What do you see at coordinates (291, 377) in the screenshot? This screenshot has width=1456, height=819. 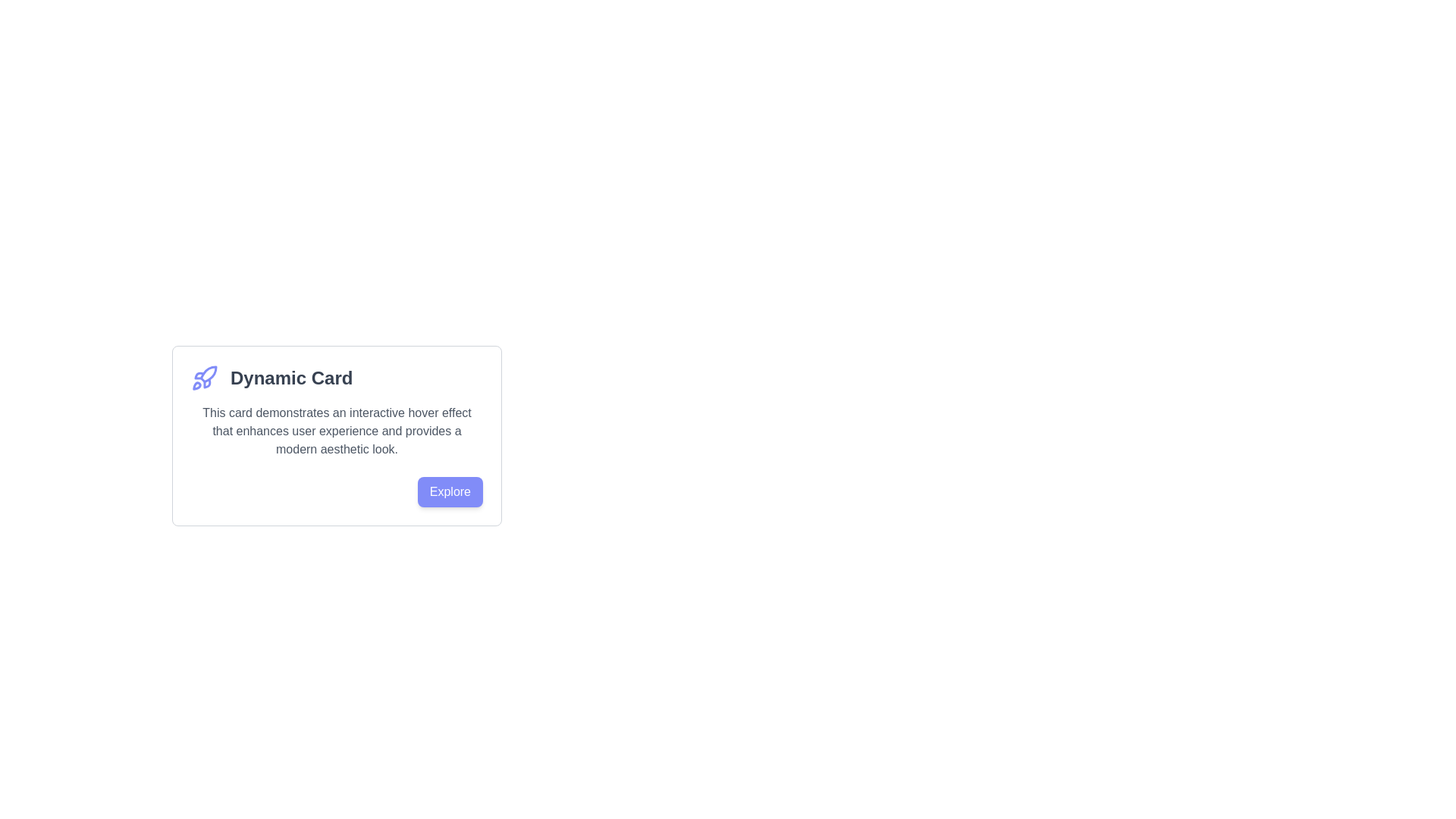 I see `the 'Dynamic Card' text label, which is prominently displayed in a large, bold gray typeface within a card-like structure` at bounding box center [291, 377].